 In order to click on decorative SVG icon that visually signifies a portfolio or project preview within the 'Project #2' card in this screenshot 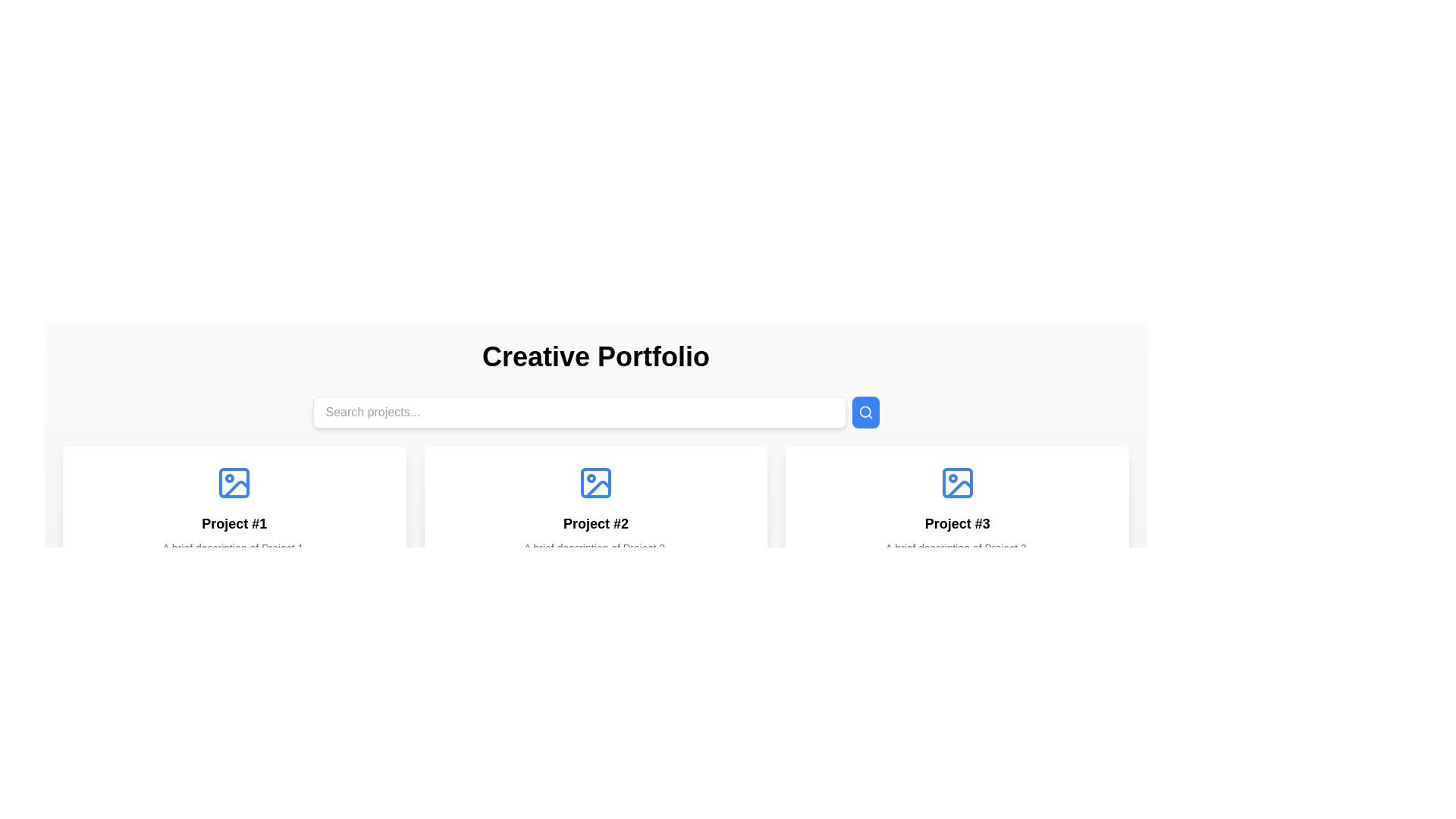, I will do `click(597, 489)`.